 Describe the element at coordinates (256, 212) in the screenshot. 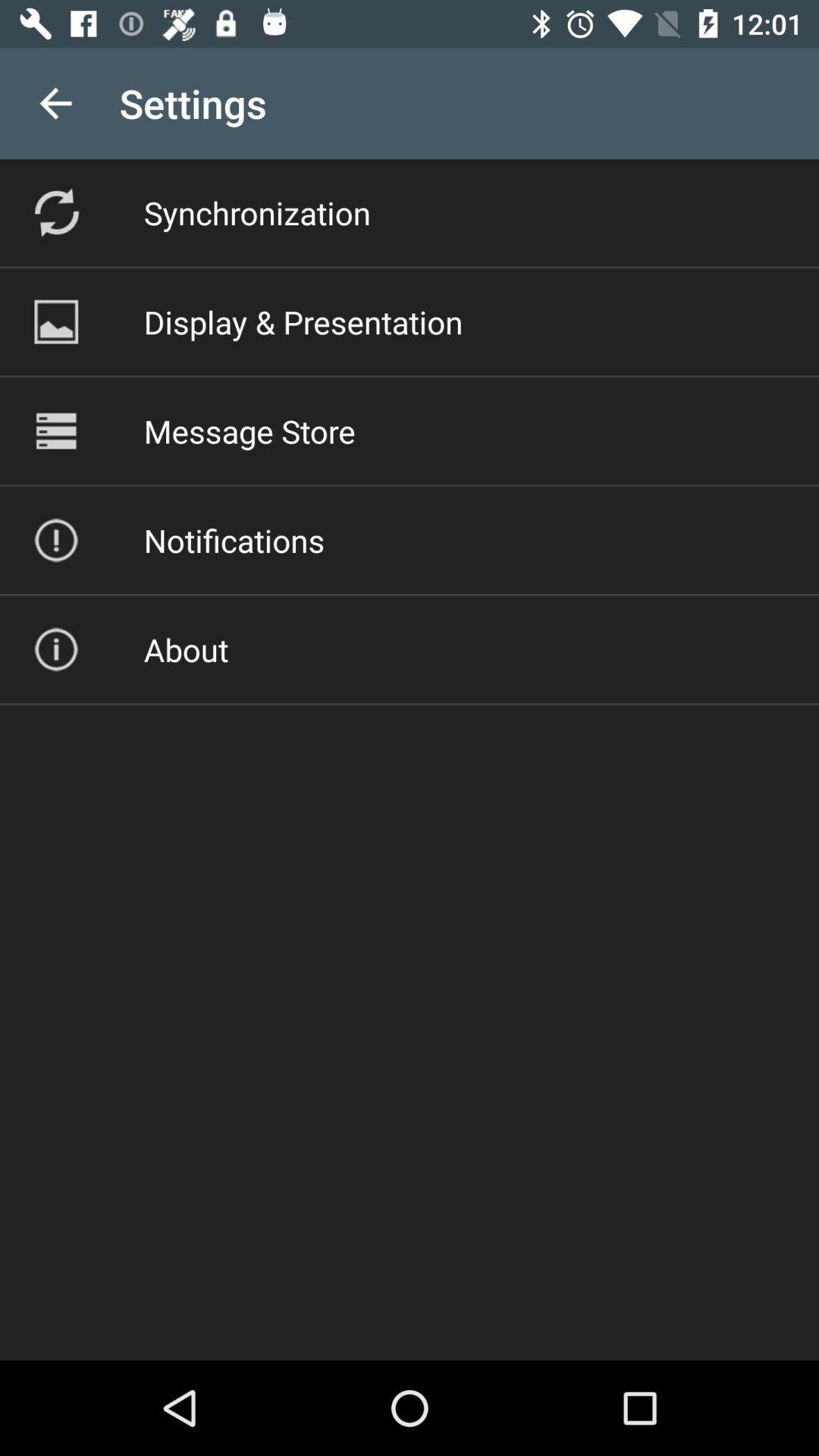

I see `the item above display & presentation` at that location.